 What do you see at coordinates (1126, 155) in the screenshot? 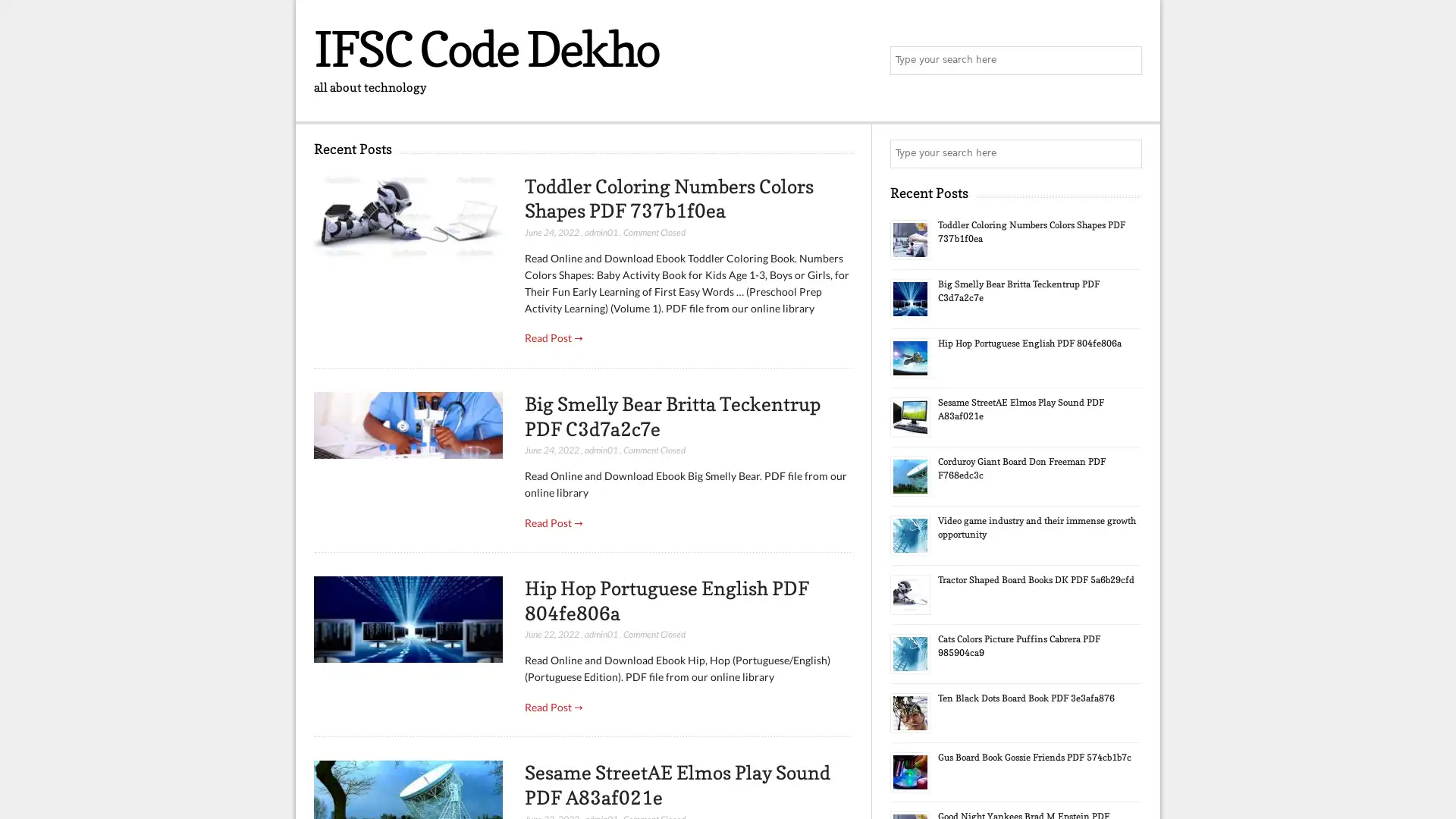
I see `Search` at bounding box center [1126, 155].